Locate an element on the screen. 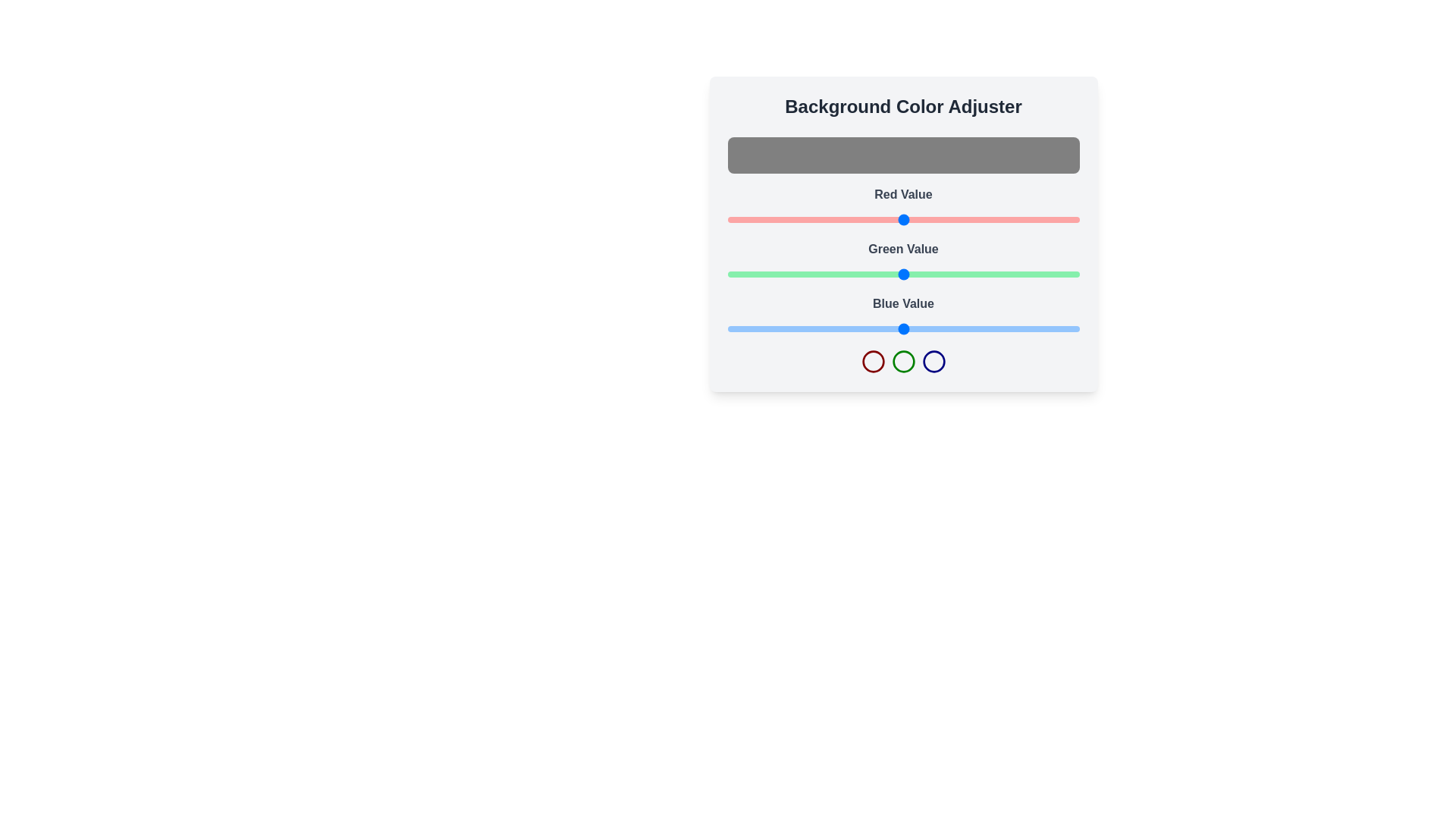 The image size is (1456, 819). the green slider to set the green color value to 207 is located at coordinates (1013, 275).